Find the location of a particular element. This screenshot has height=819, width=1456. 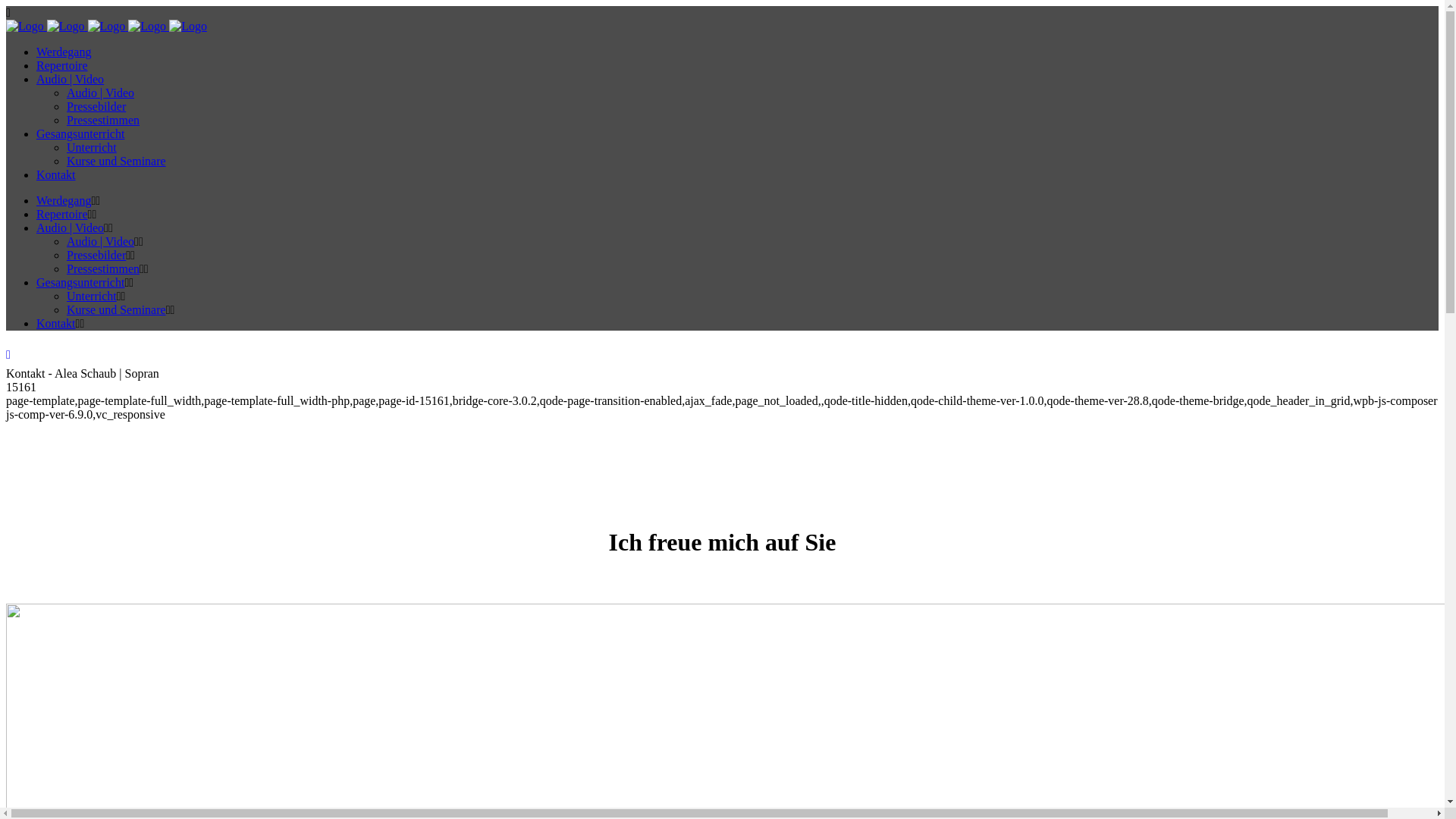

'Pressestimmen' is located at coordinates (102, 268).